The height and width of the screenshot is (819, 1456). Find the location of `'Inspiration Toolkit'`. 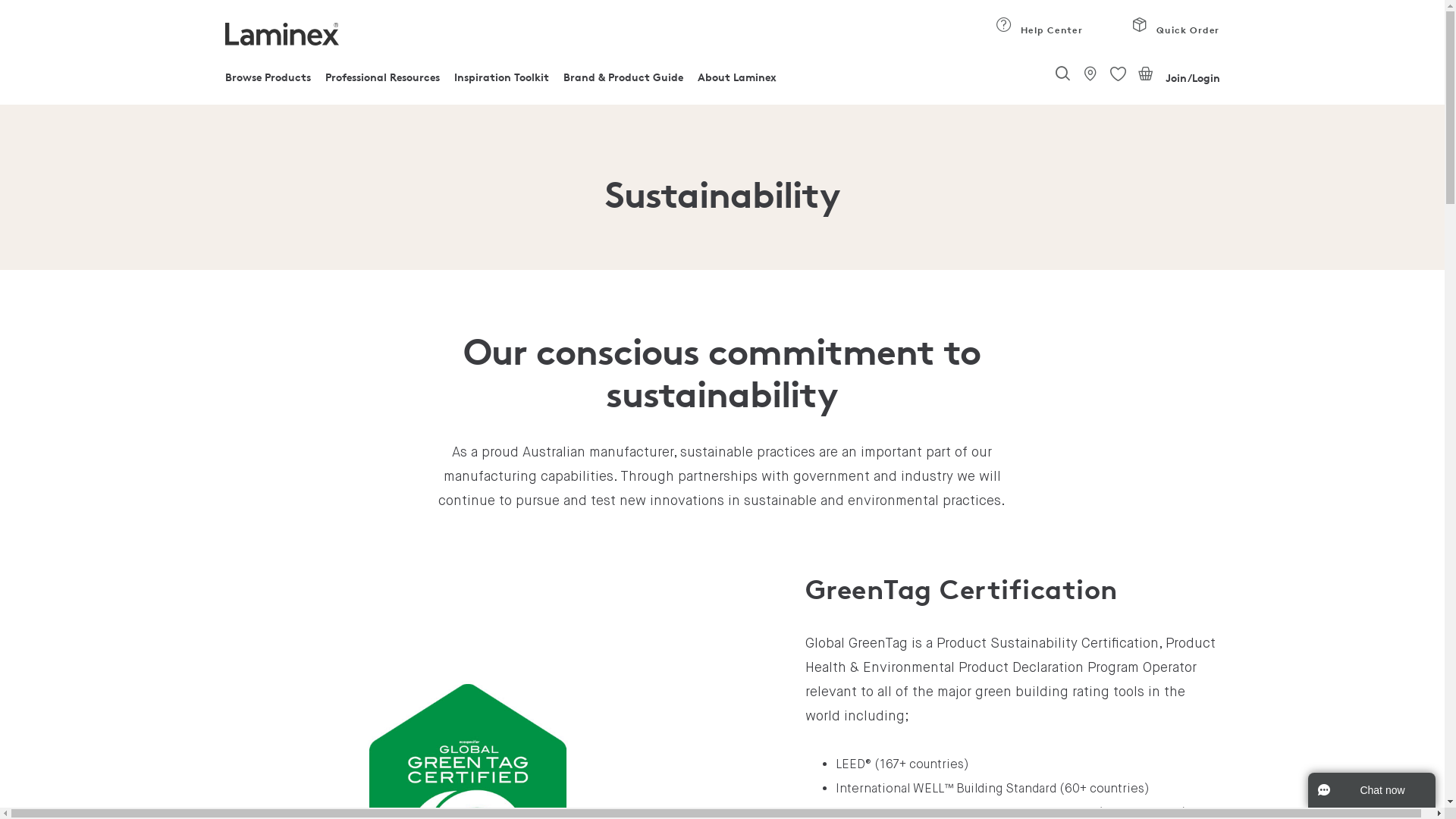

'Inspiration Toolkit' is located at coordinates (501, 81).